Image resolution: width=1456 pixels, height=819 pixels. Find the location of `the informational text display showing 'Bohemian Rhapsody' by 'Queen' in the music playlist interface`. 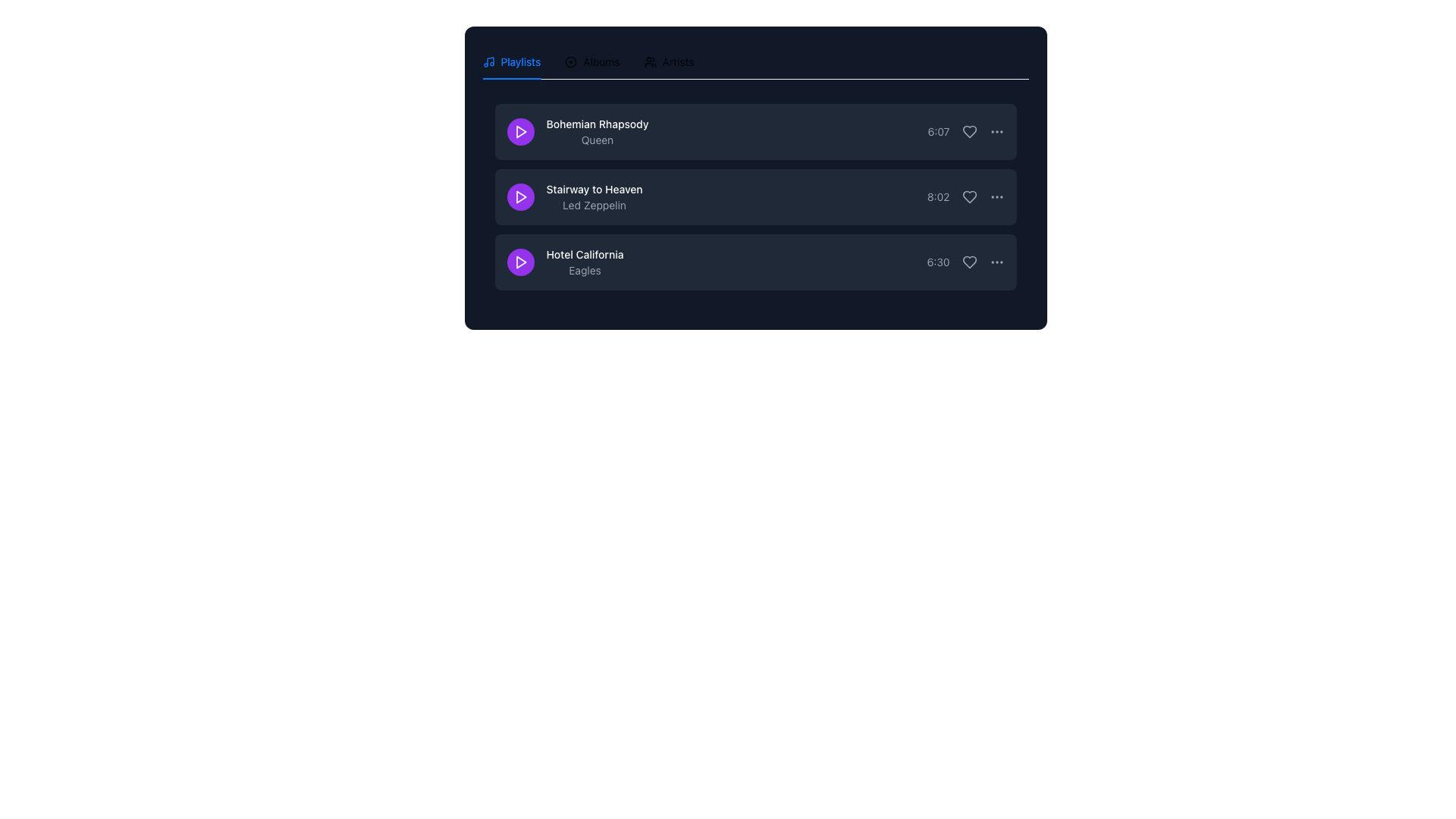

the informational text display showing 'Bohemian Rhapsody' by 'Queen' in the music playlist interface is located at coordinates (596, 130).